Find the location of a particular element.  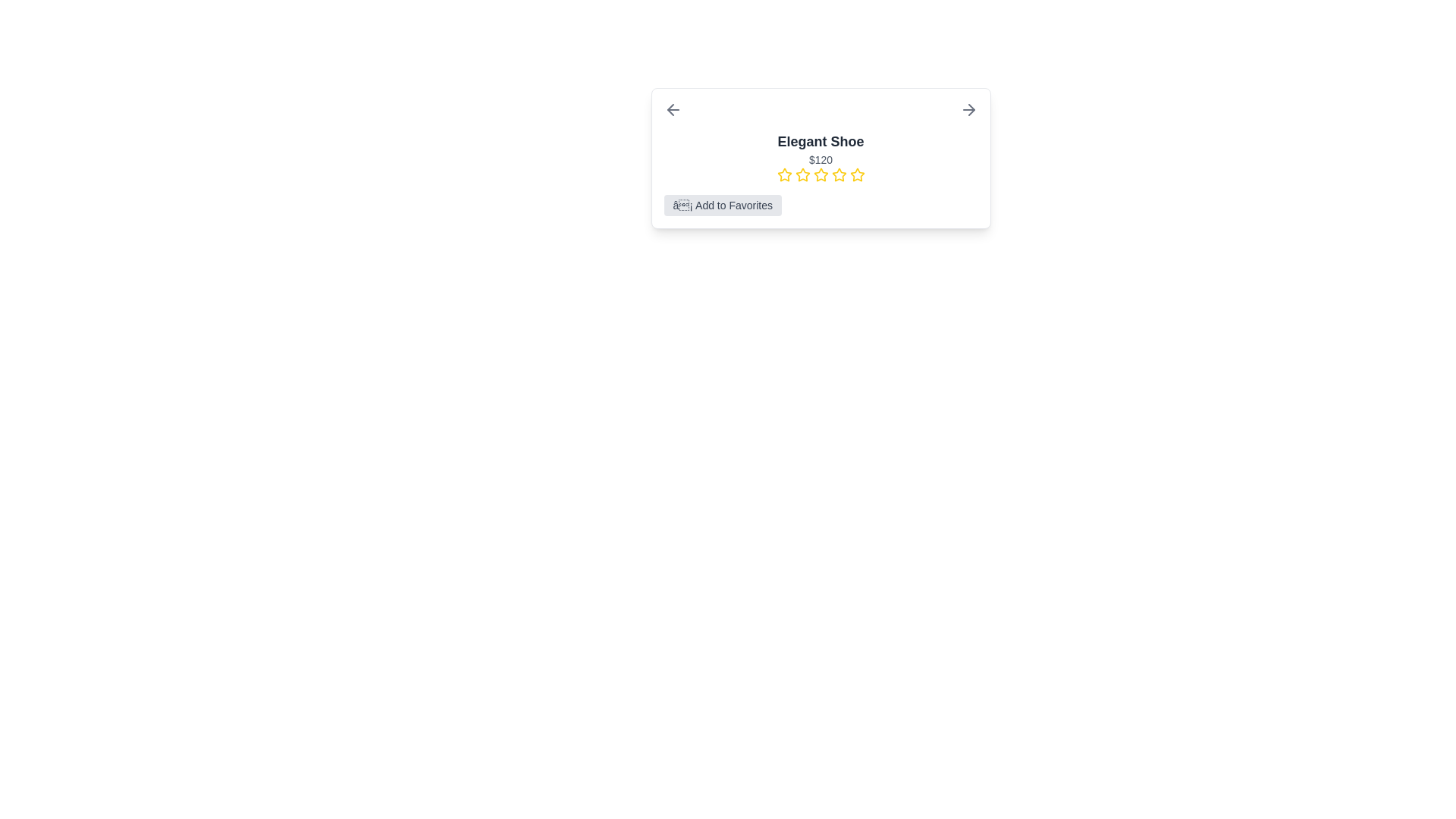

the 'Add to Favorites' button for the 'Elegant Shoe' is located at coordinates (722, 205).